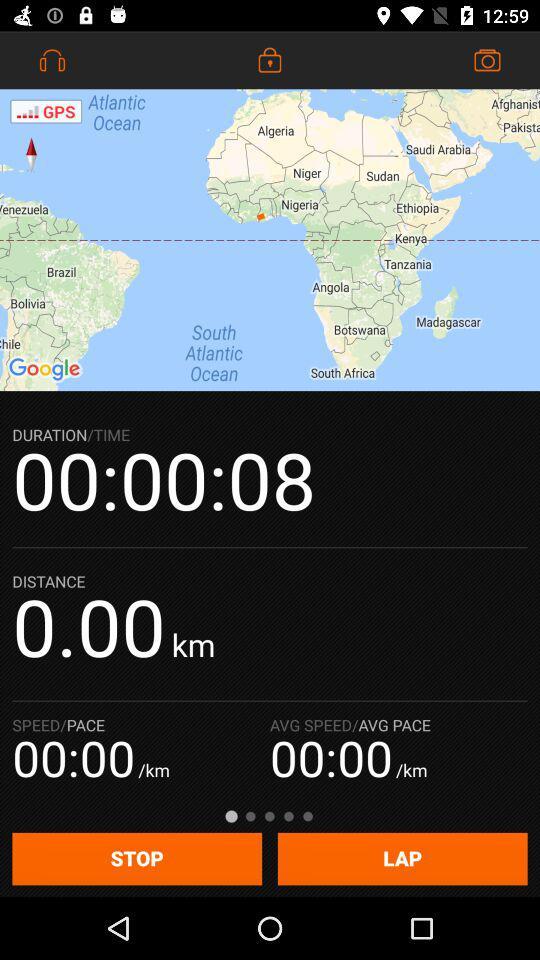 The height and width of the screenshot is (960, 540). I want to click on the lap, so click(402, 858).